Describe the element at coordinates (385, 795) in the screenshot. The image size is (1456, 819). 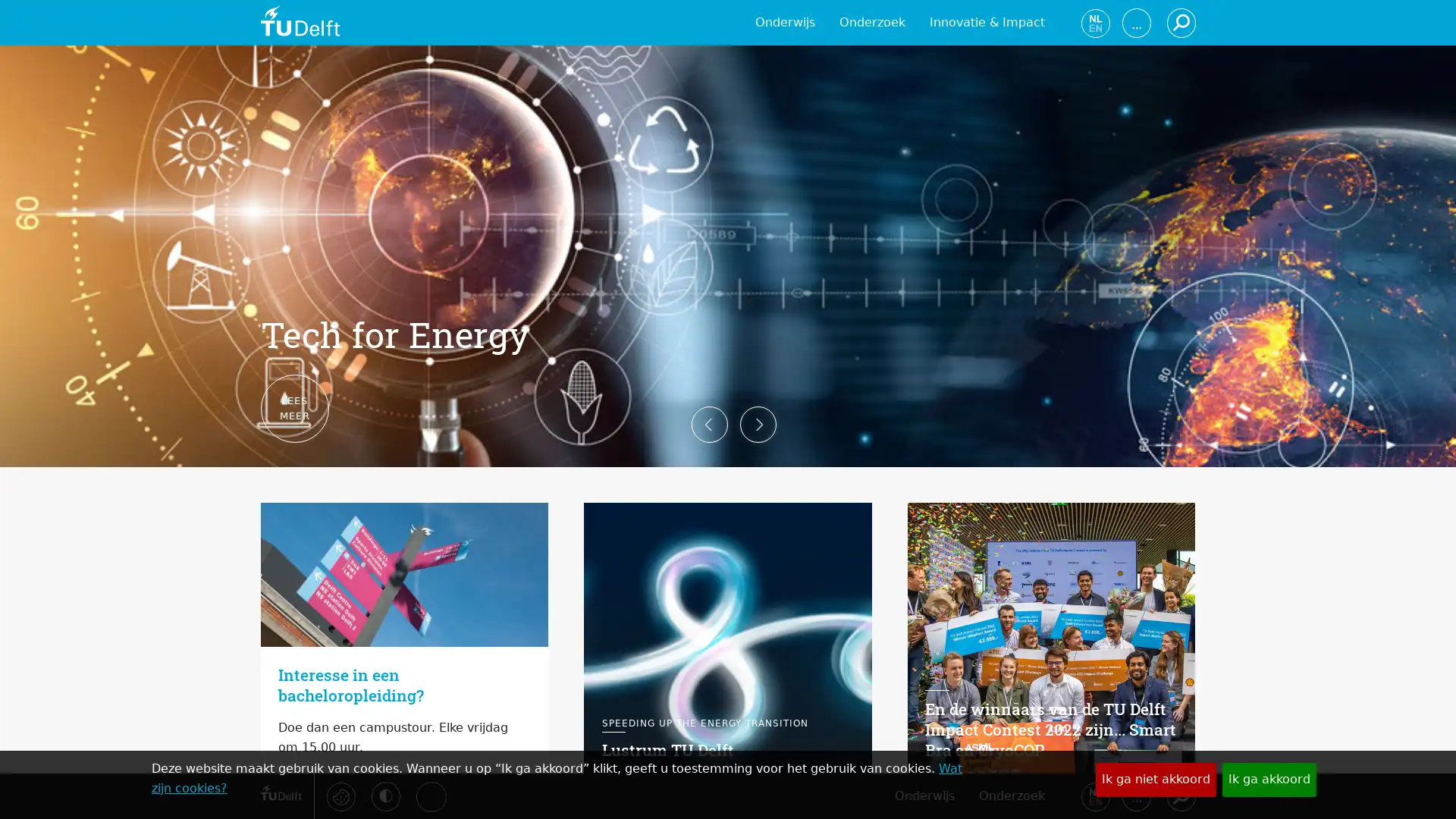
I see `Activeer hoog contrast` at that location.